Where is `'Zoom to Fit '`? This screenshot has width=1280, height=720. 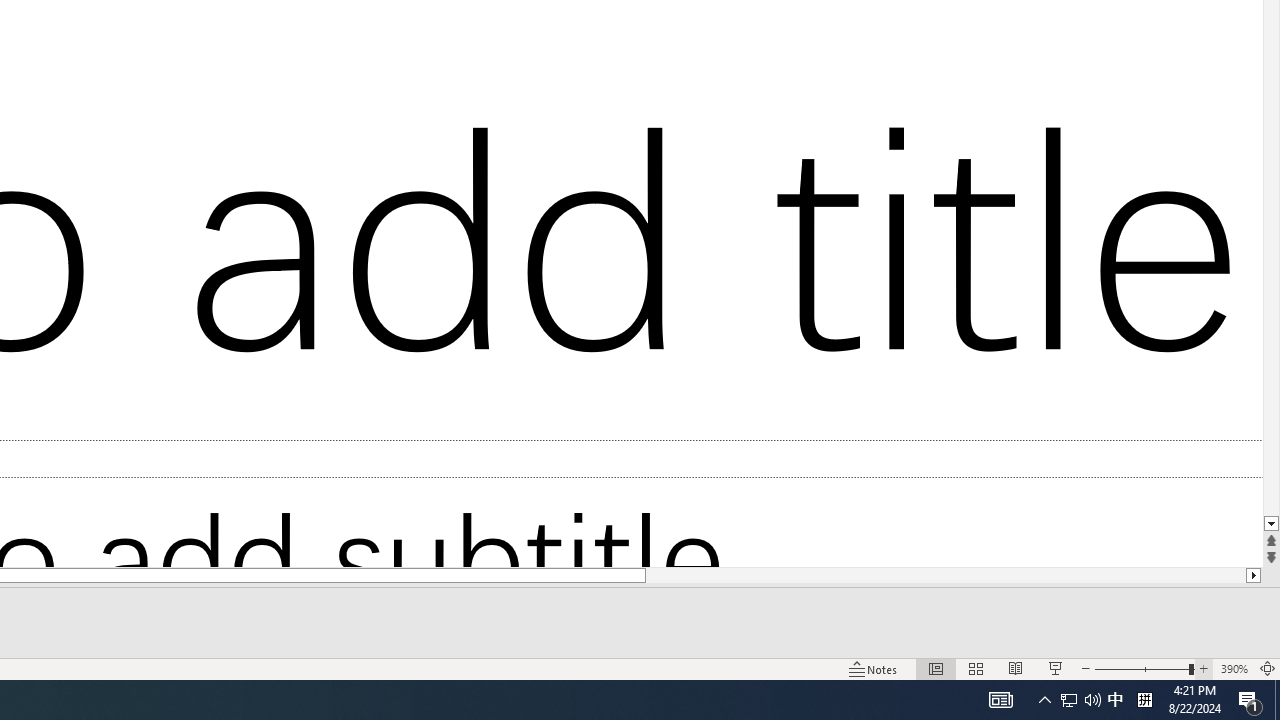
'Zoom to Fit ' is located at coordinates (1266, 669).